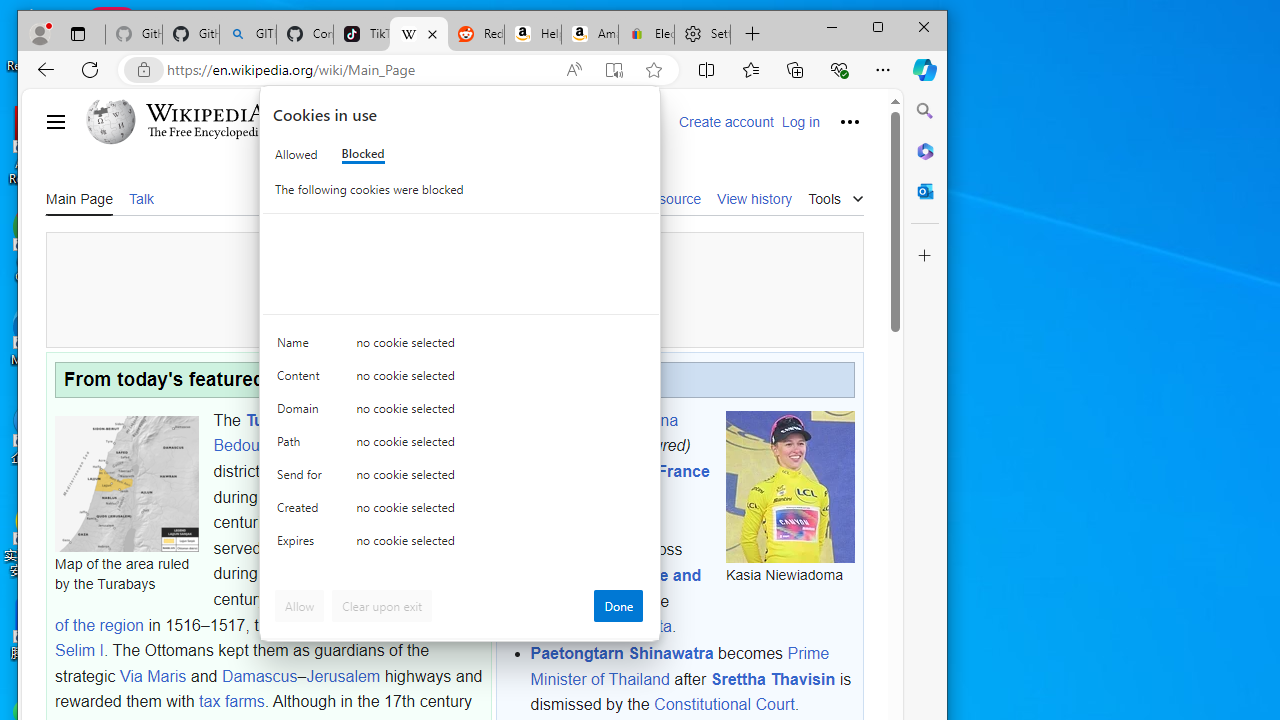 The height and width of the screenshot is (720, 1280). Describe the element at coordinates (301, 346) in the screenshot. I see `'Name'` at that location.